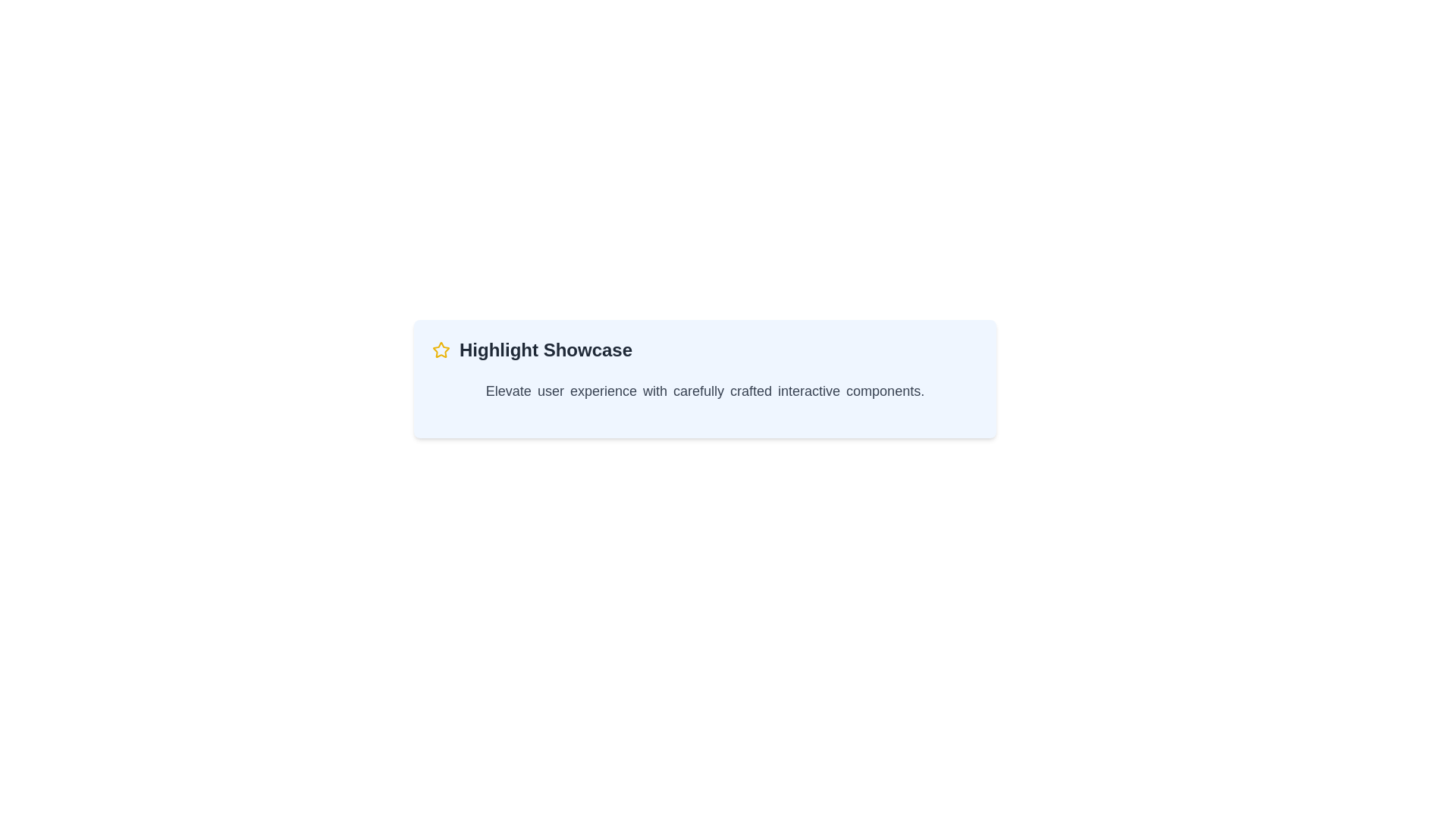  What do you see at coordinates (751, 391) in the screenshot?
I see `the text element displaying 'crafted', which is the sixth word in a sentence and changes background to green on hover` at bounding box center [751, 391].